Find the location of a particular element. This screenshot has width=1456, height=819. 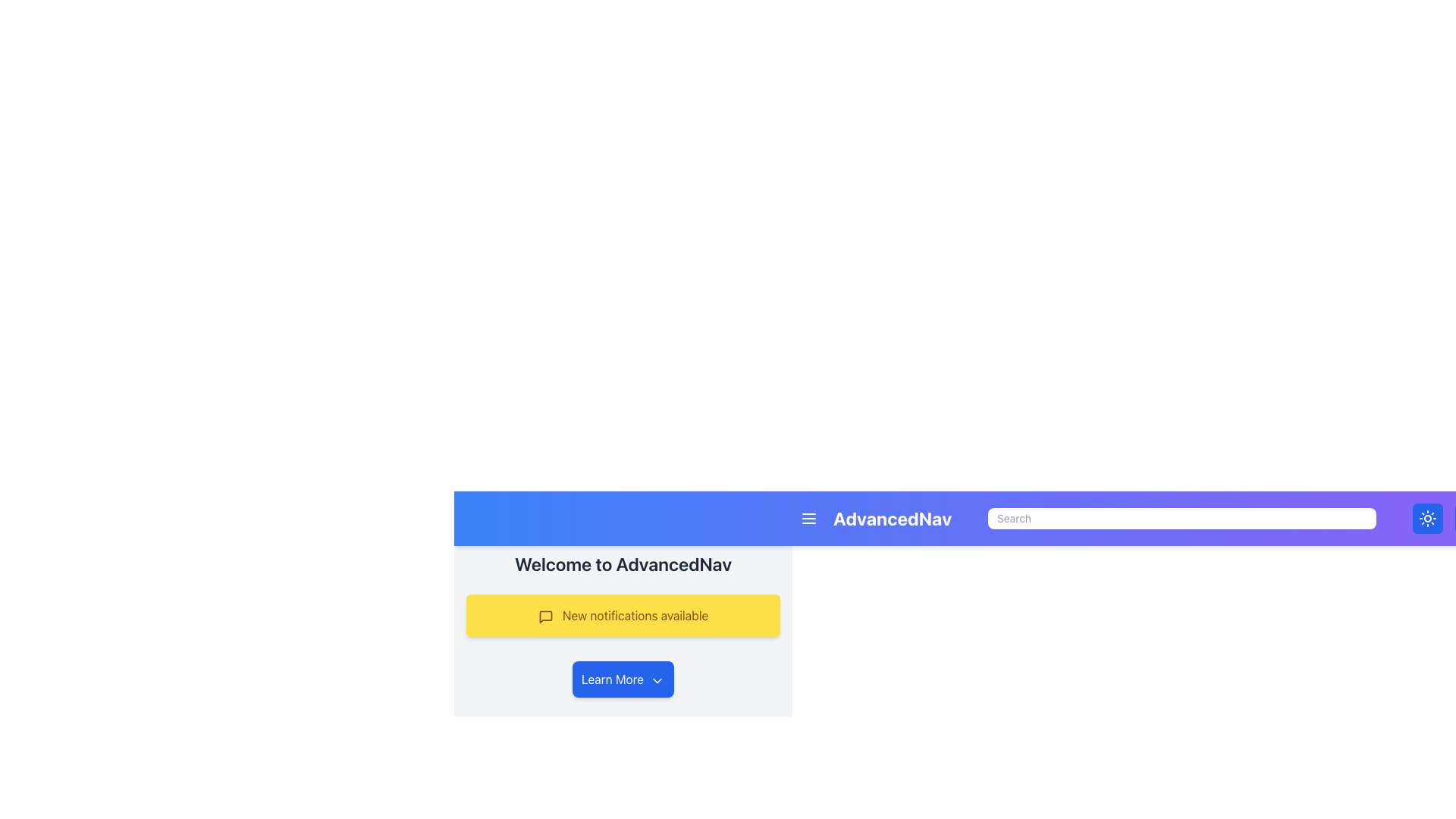

the yellow notification box containing the text 'New notifications available' located beneath the header 'Welcome to AdvancedNav' and above the blue button 'Learn More' is located at coordinates (623, 599).